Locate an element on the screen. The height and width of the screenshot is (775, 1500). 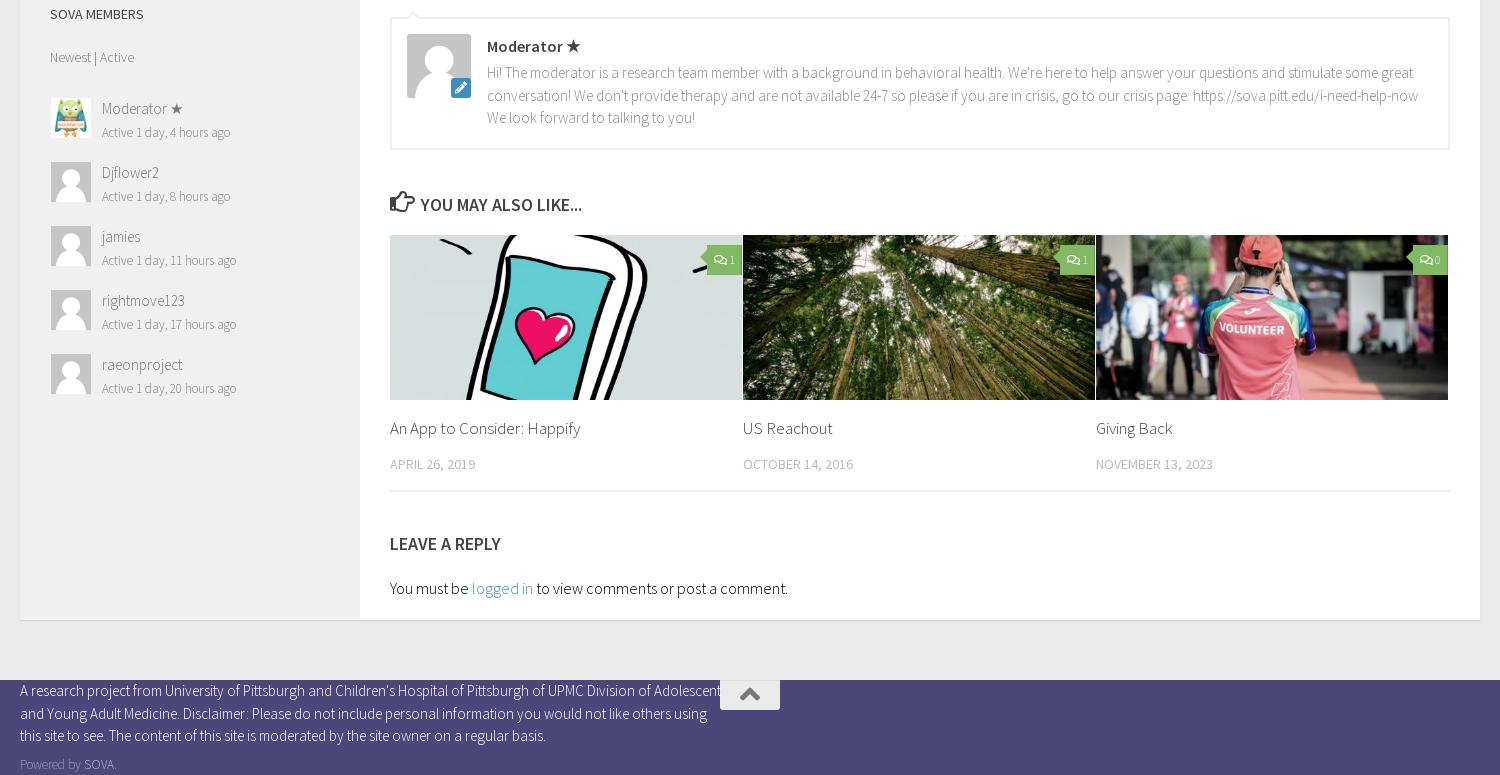
'|' is located at coordinates (93, 55).